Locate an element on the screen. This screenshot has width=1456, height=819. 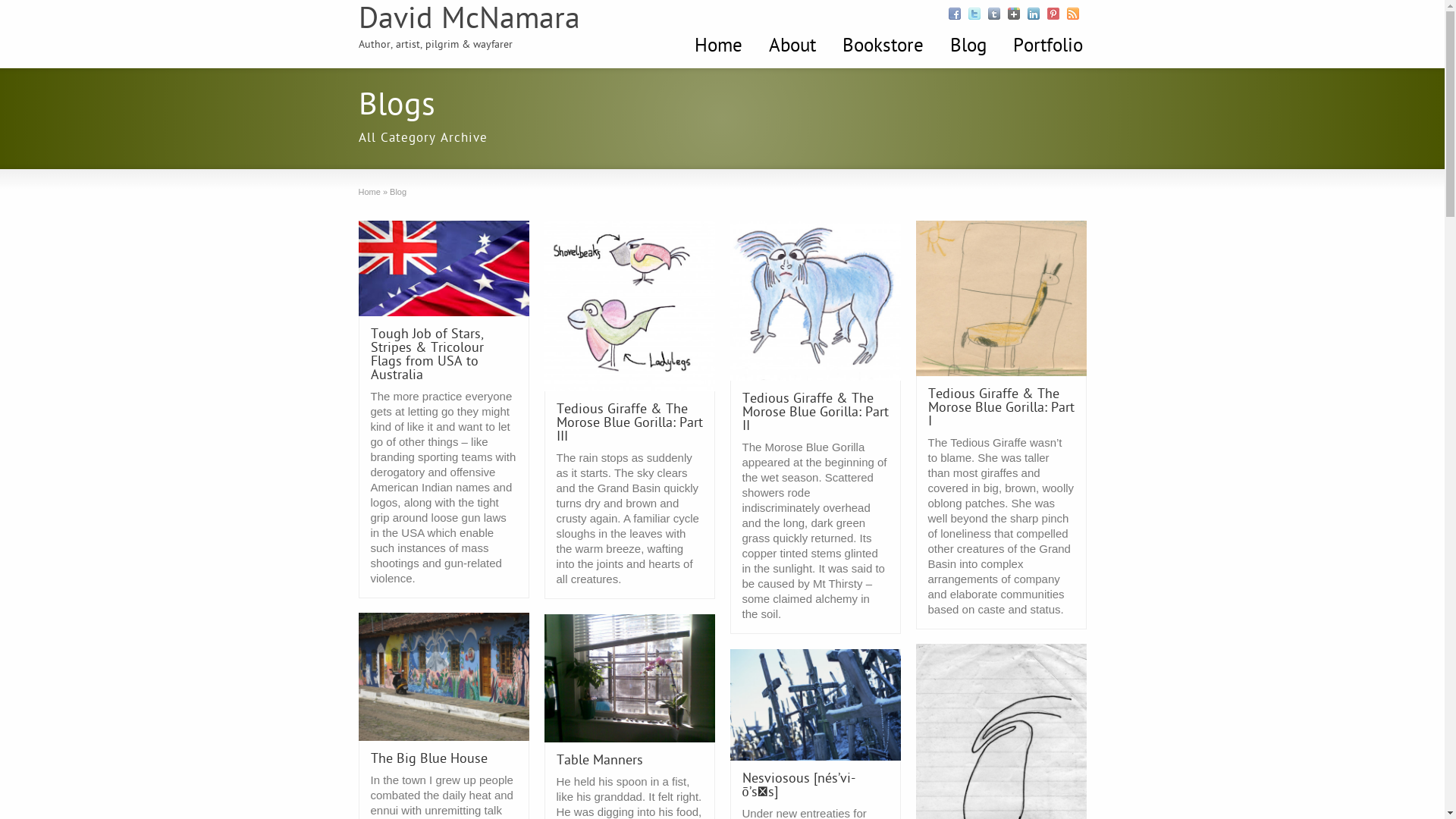
'Follow Me Google +' is located at coordinates (1012, 14).